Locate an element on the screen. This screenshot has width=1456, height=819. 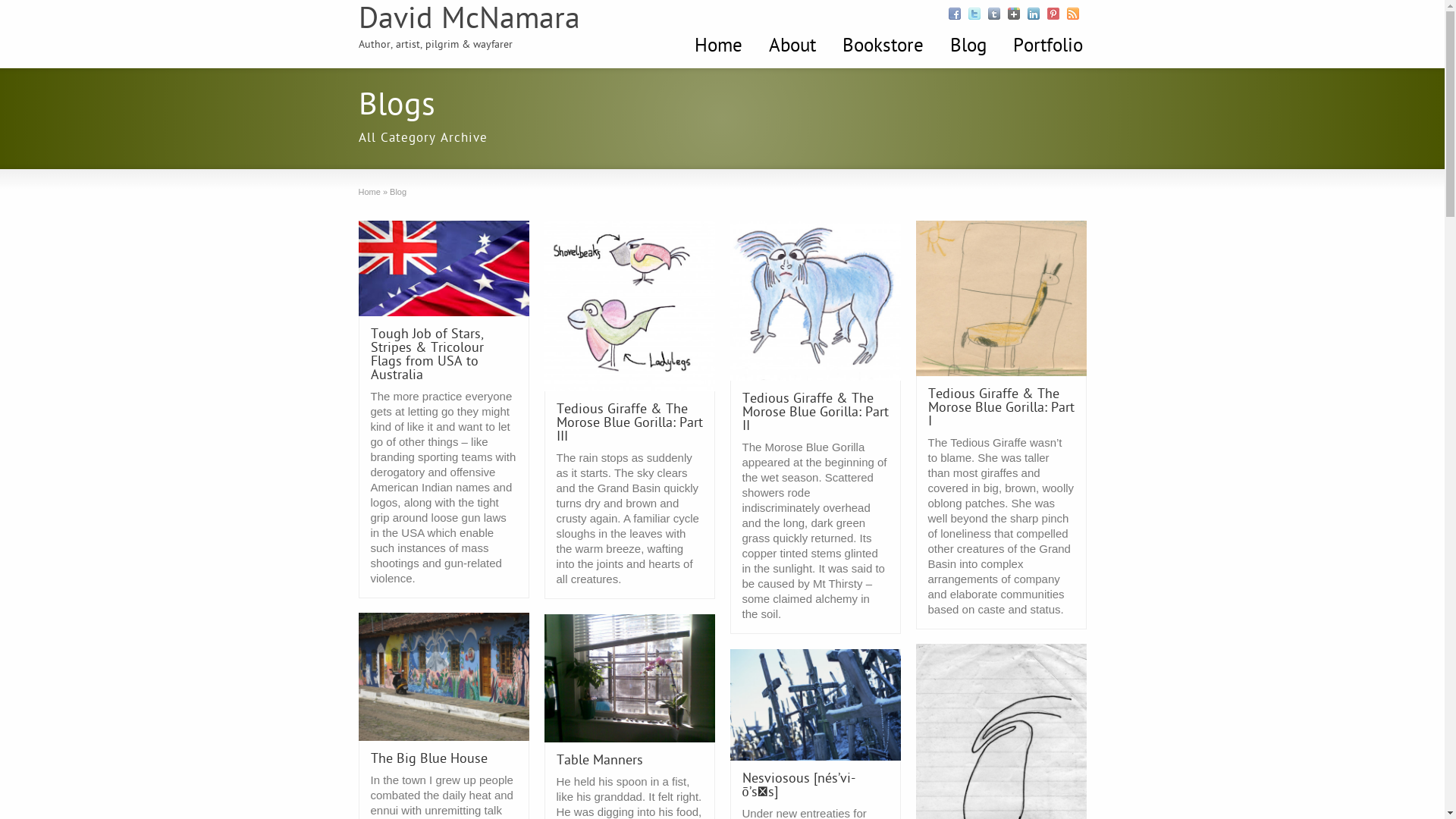
'Follow Me Google +' is located at coordinates (1012, 14).